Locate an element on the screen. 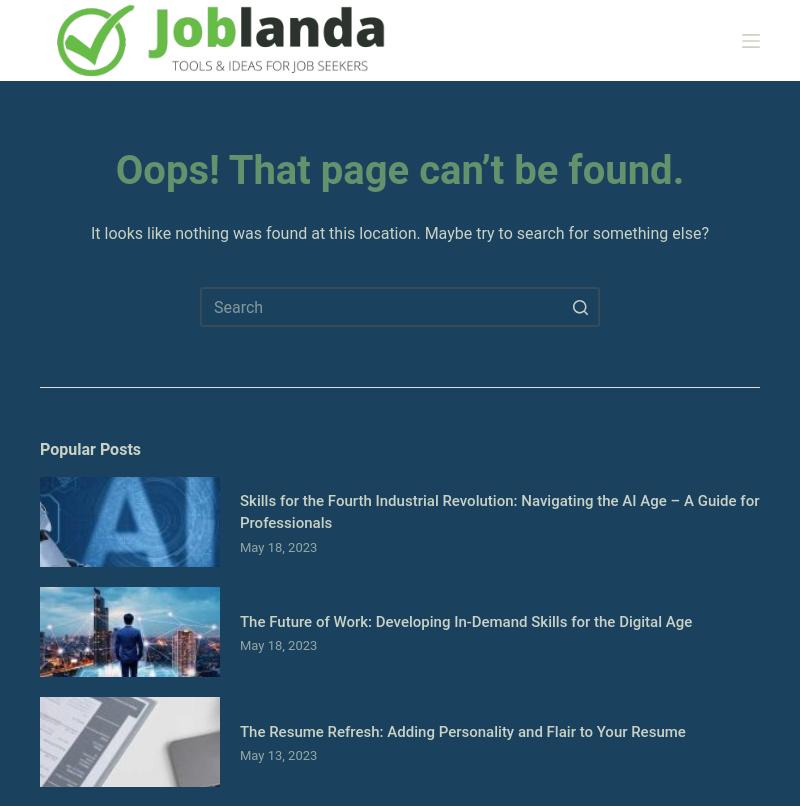 This screenshot has width=800, height=806. 'Our Partners' is located at coordinates (84, 330).